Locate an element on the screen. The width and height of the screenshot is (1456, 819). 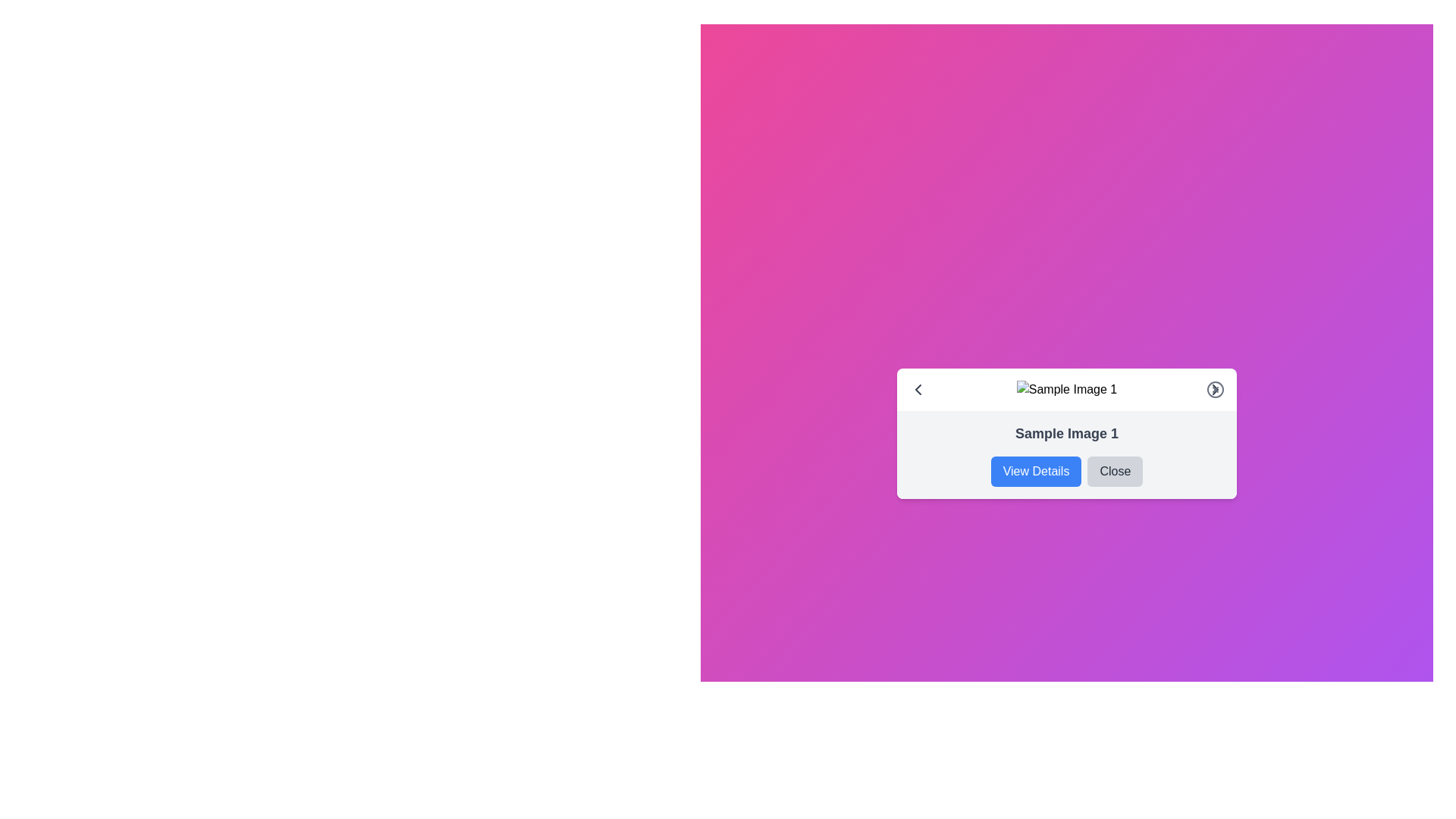
the first call-to-action button located at the bottom-center of the modal dialog to activate visual focus indicators is located at coordinates (1035, 470).